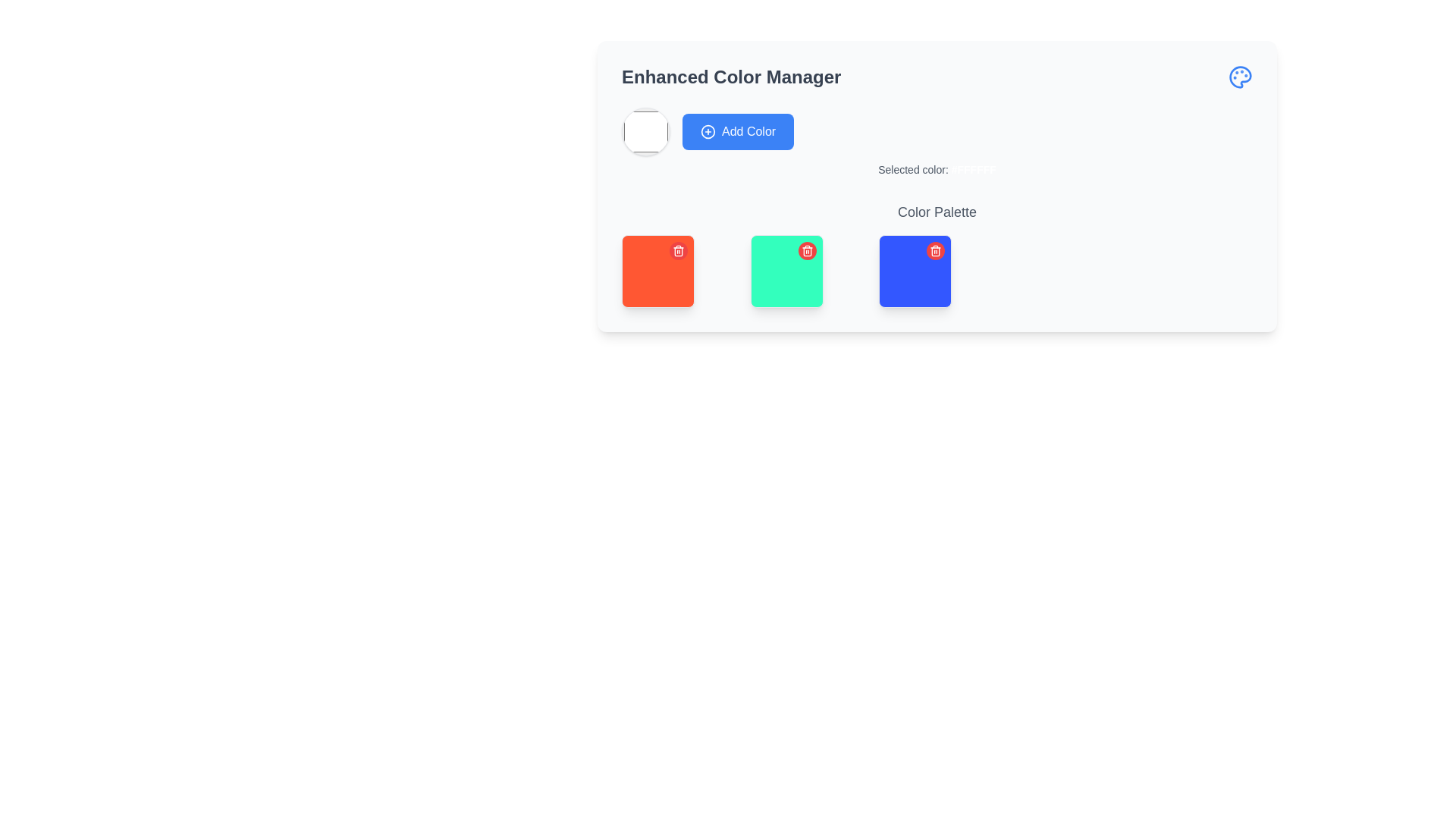  I want to click on text label displaying 'Color Palette' located at the center-top area above the grid of color blocks, so click(937, 212).